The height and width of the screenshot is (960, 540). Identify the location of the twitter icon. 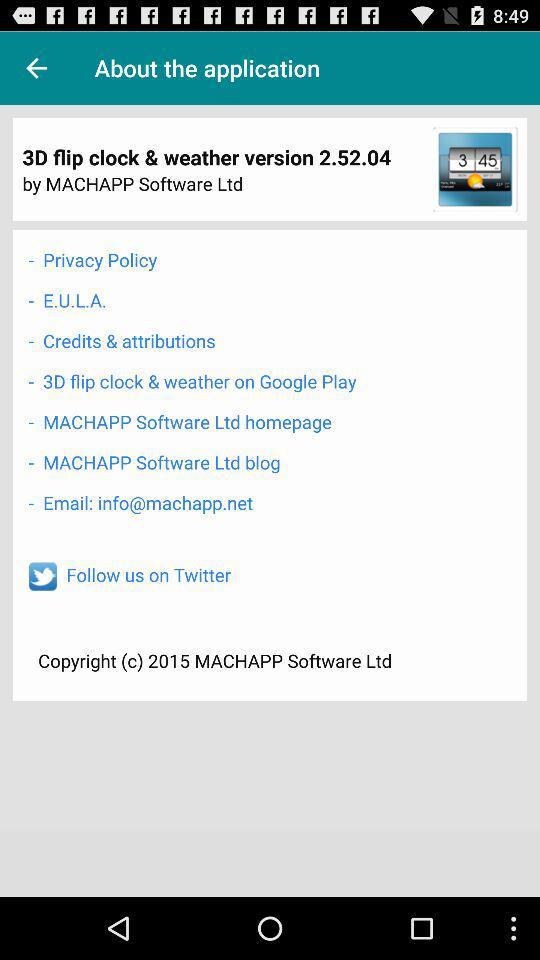
(42, 616).